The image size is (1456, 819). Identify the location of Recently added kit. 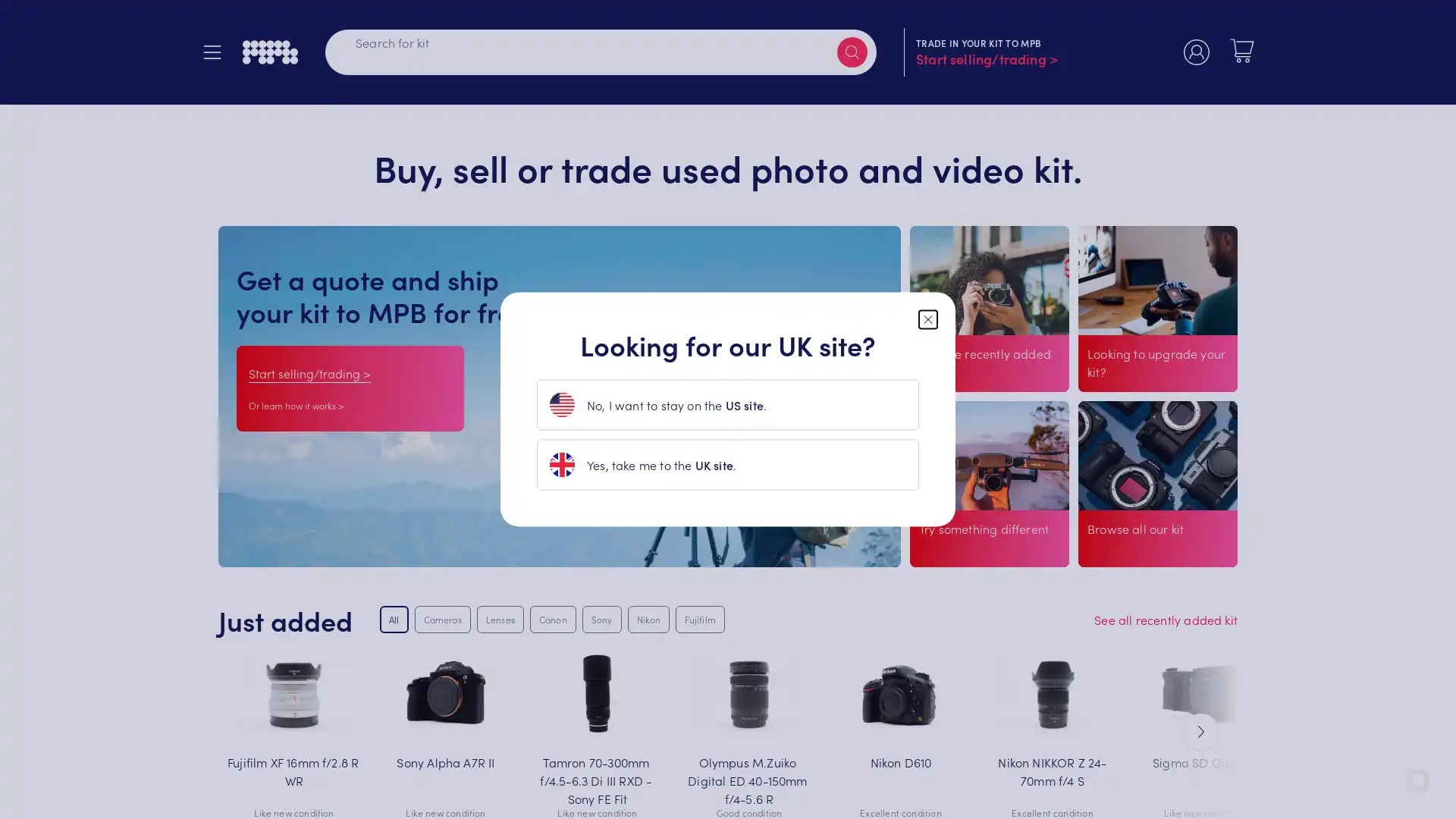
(969, 394).